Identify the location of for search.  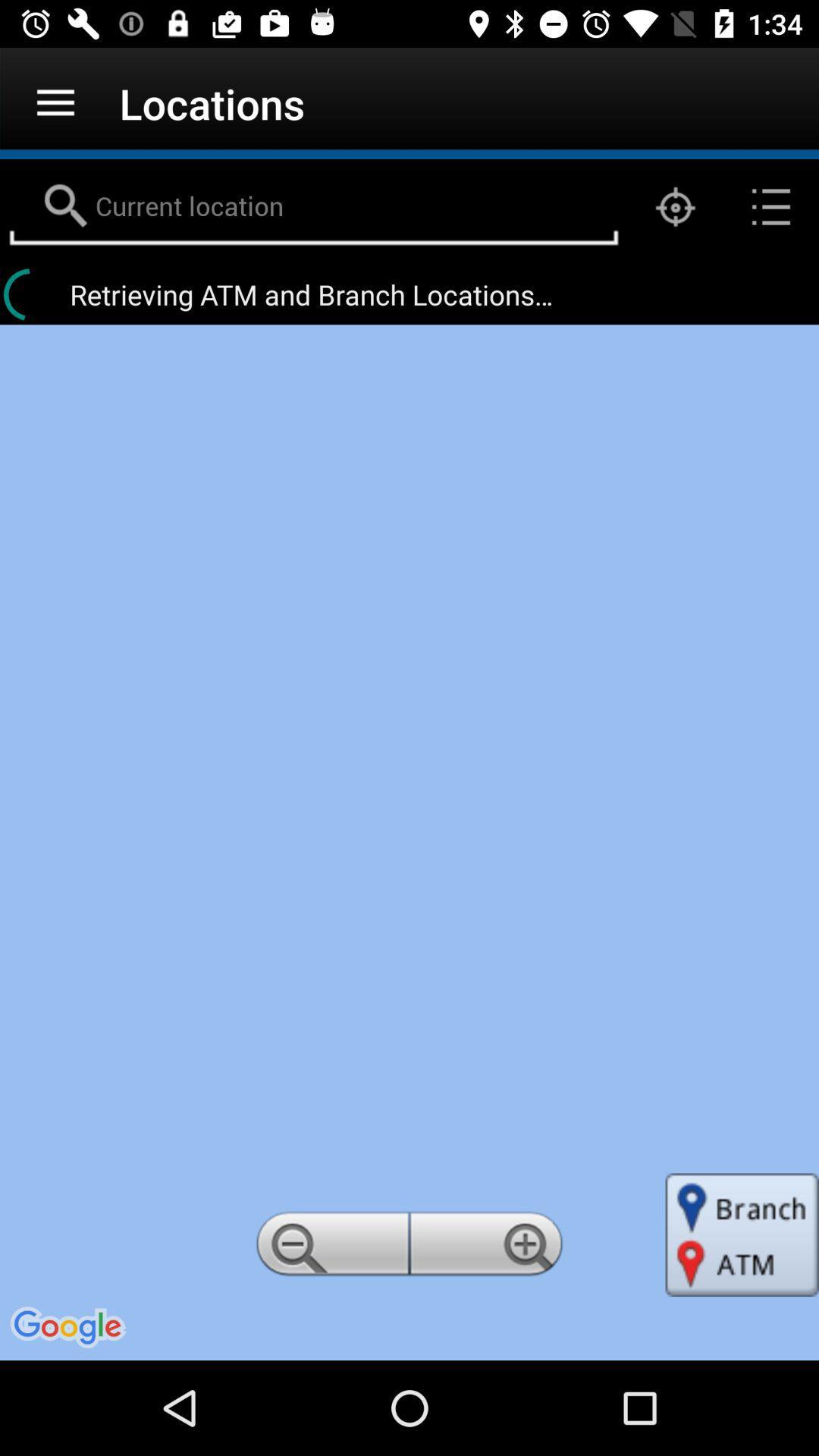
(312, 206).